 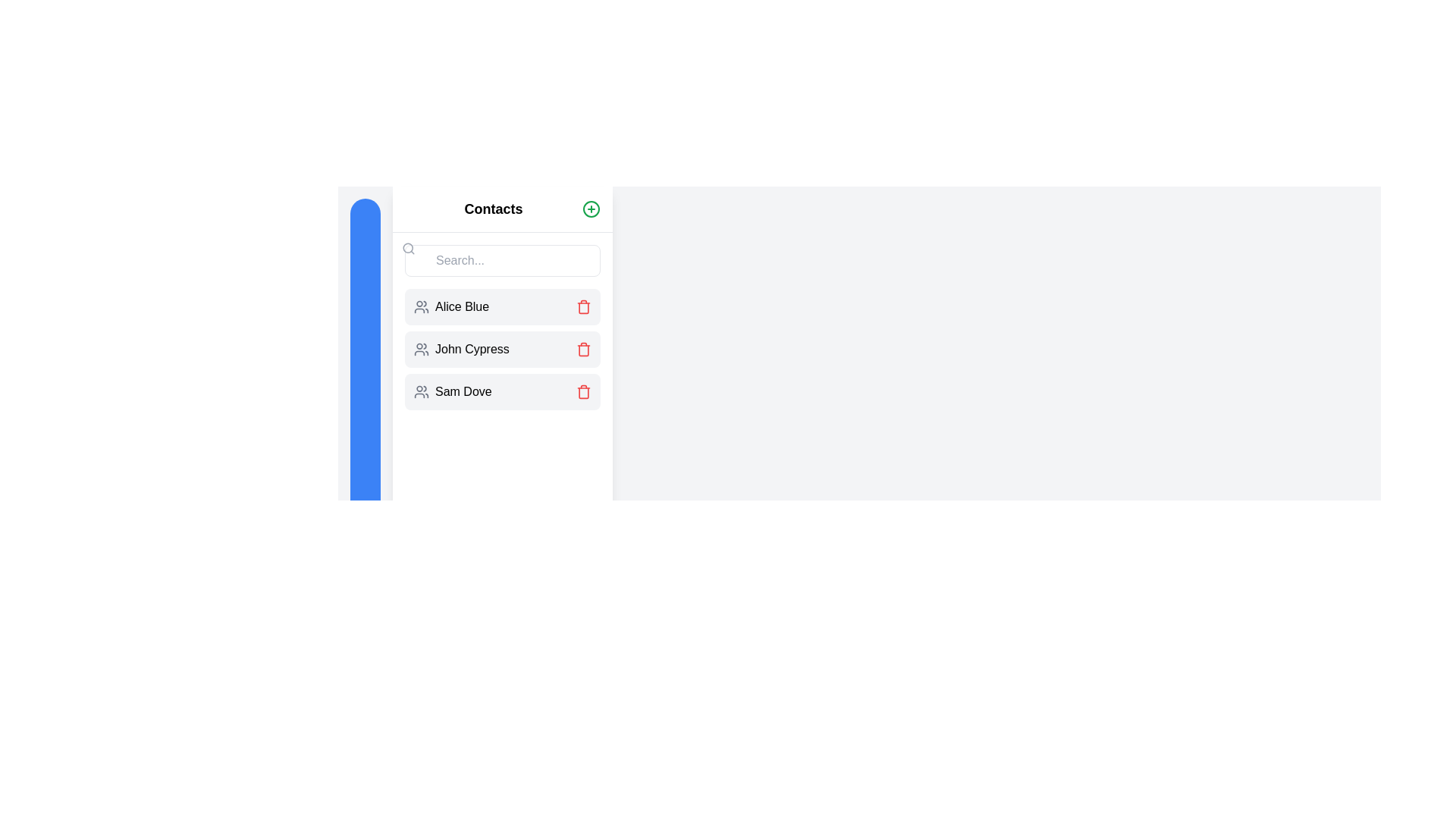 What do you see at coordinates (422, 391) in the screenshot?
I see `the gray user group icon located to the left of the text 'Sam Dove' in the contacts list` at bounding box center [422, 391].